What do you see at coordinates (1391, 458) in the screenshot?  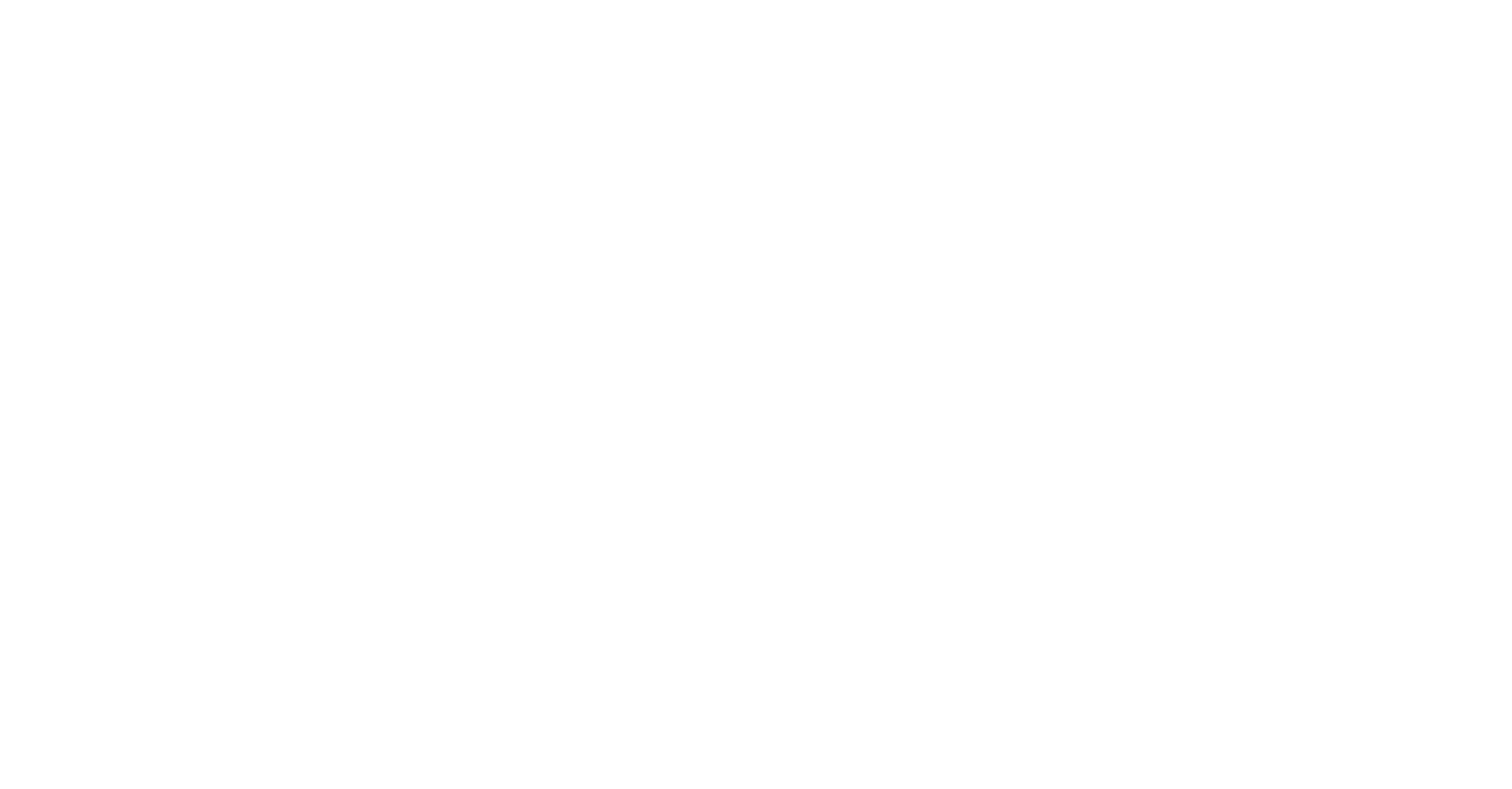 I see `'ELStAM - elektronische Lohnsteuerkarte'` at bounding box center [1391, 458].